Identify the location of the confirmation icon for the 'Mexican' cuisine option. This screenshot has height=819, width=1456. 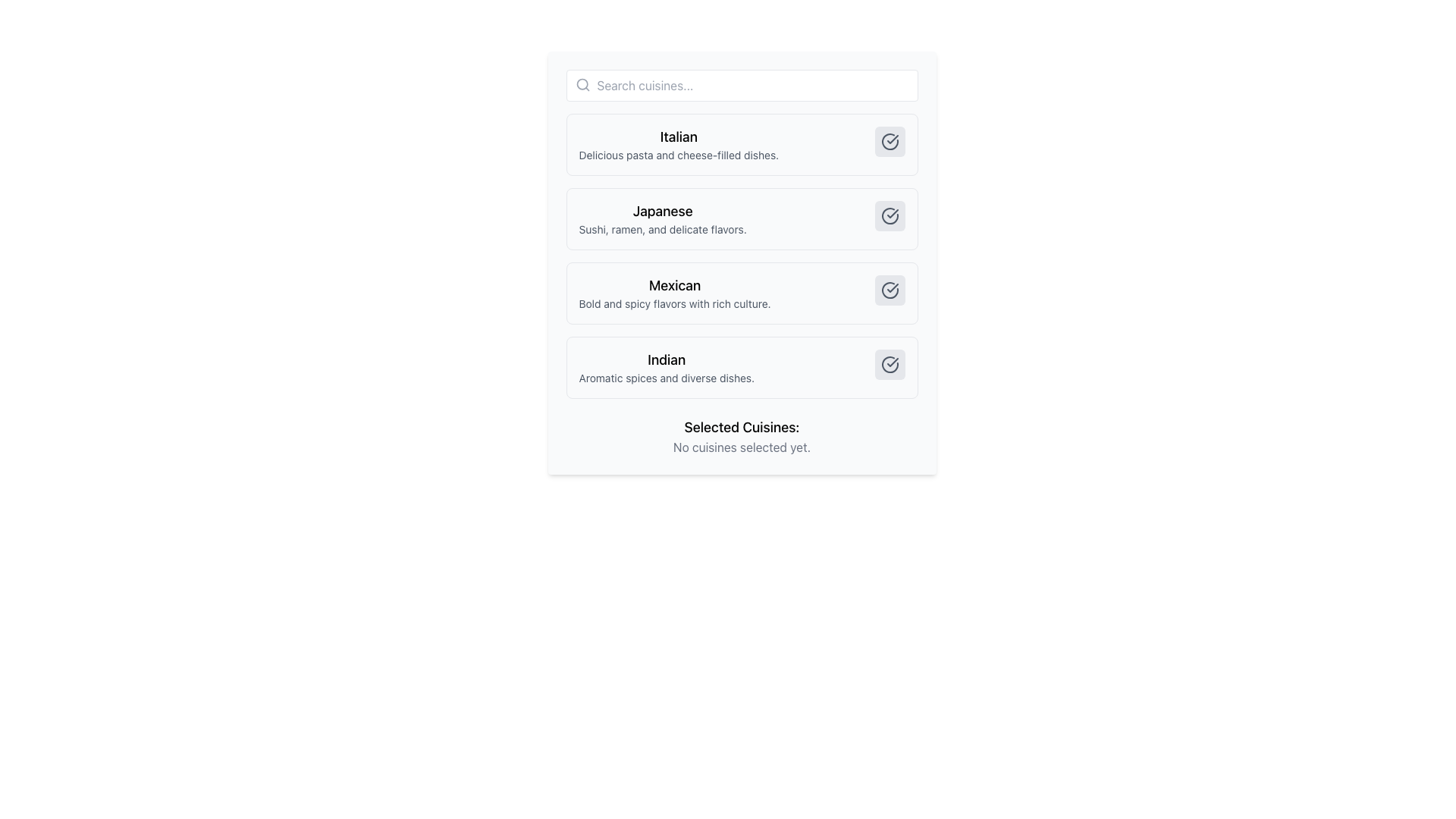
(892, 288).